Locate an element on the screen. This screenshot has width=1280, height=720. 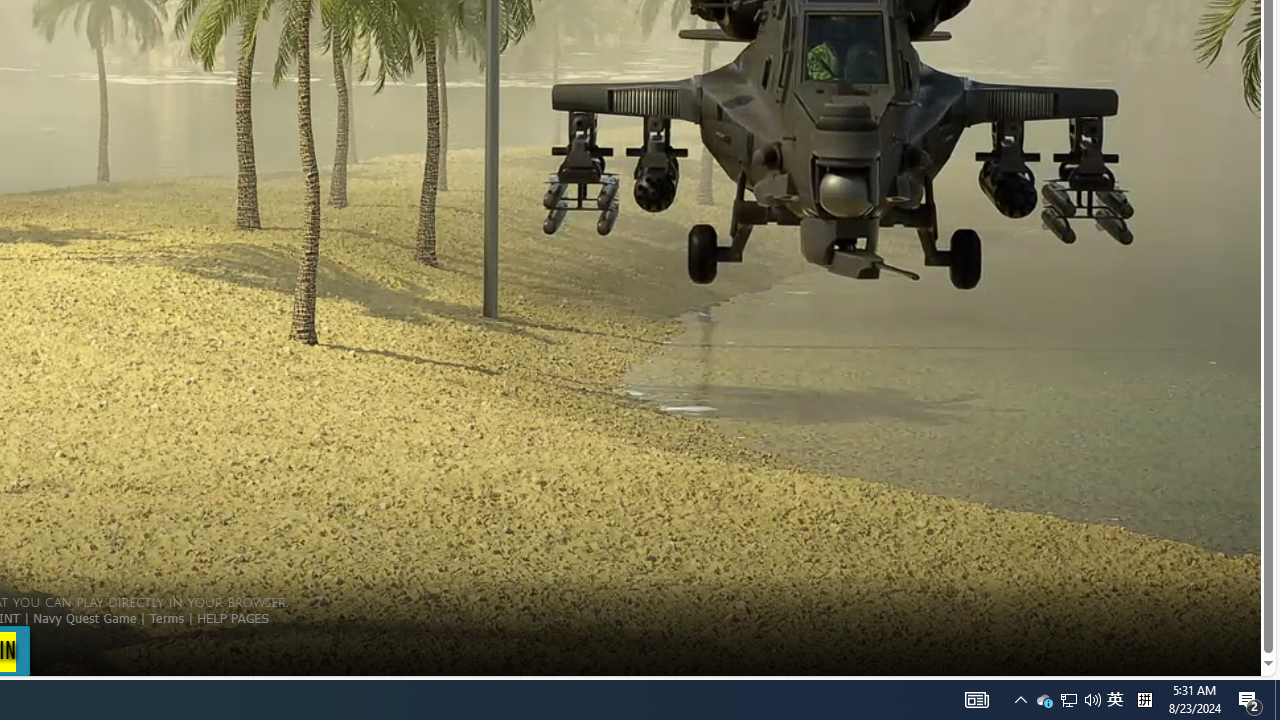
'Navy Quest Game' is located at coordinates (84, 616).